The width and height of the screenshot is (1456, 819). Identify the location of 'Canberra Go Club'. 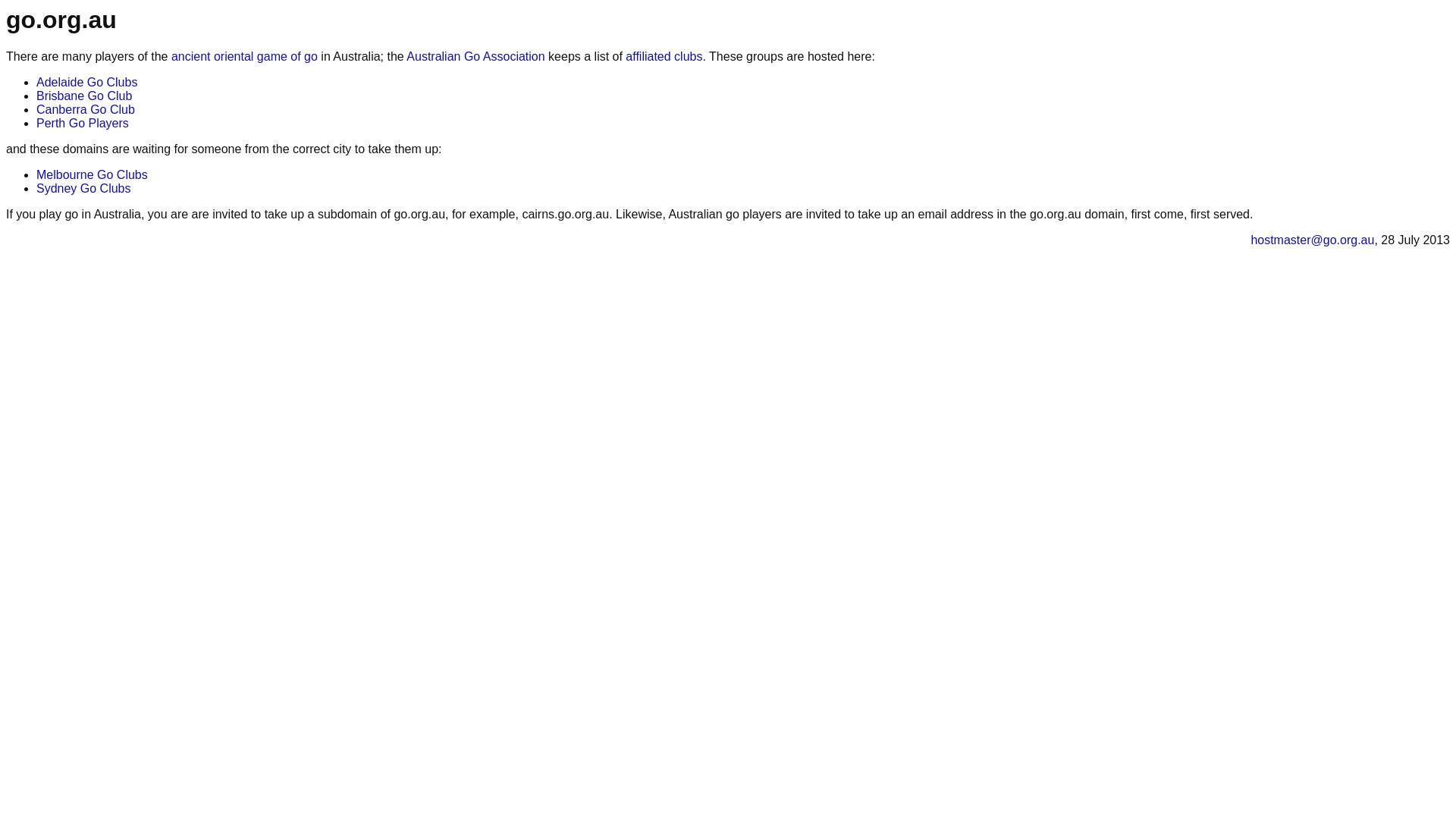
(85, 108).